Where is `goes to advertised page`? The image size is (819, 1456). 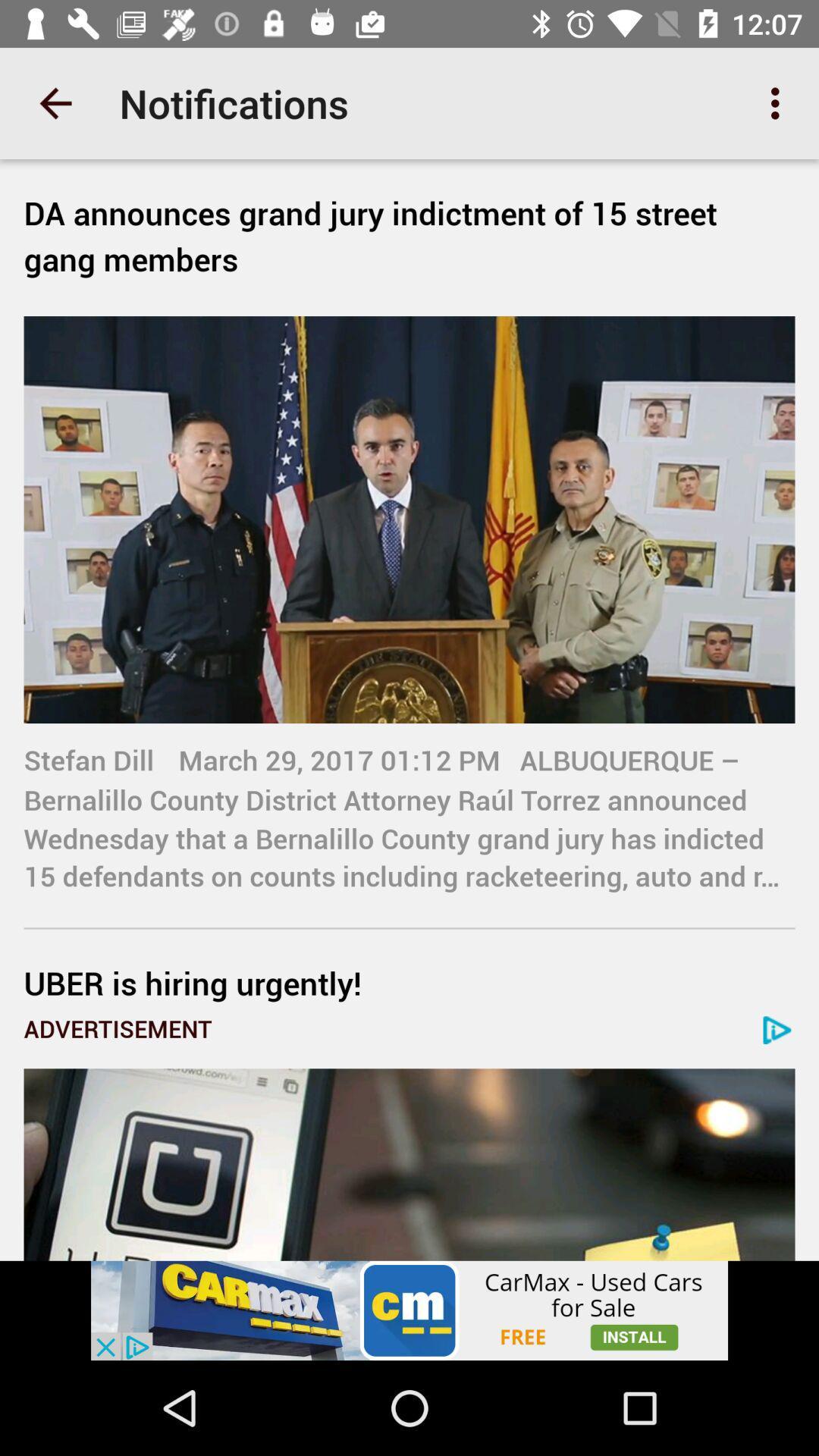 goes to advertised page is located at coordinates (409, 1164).